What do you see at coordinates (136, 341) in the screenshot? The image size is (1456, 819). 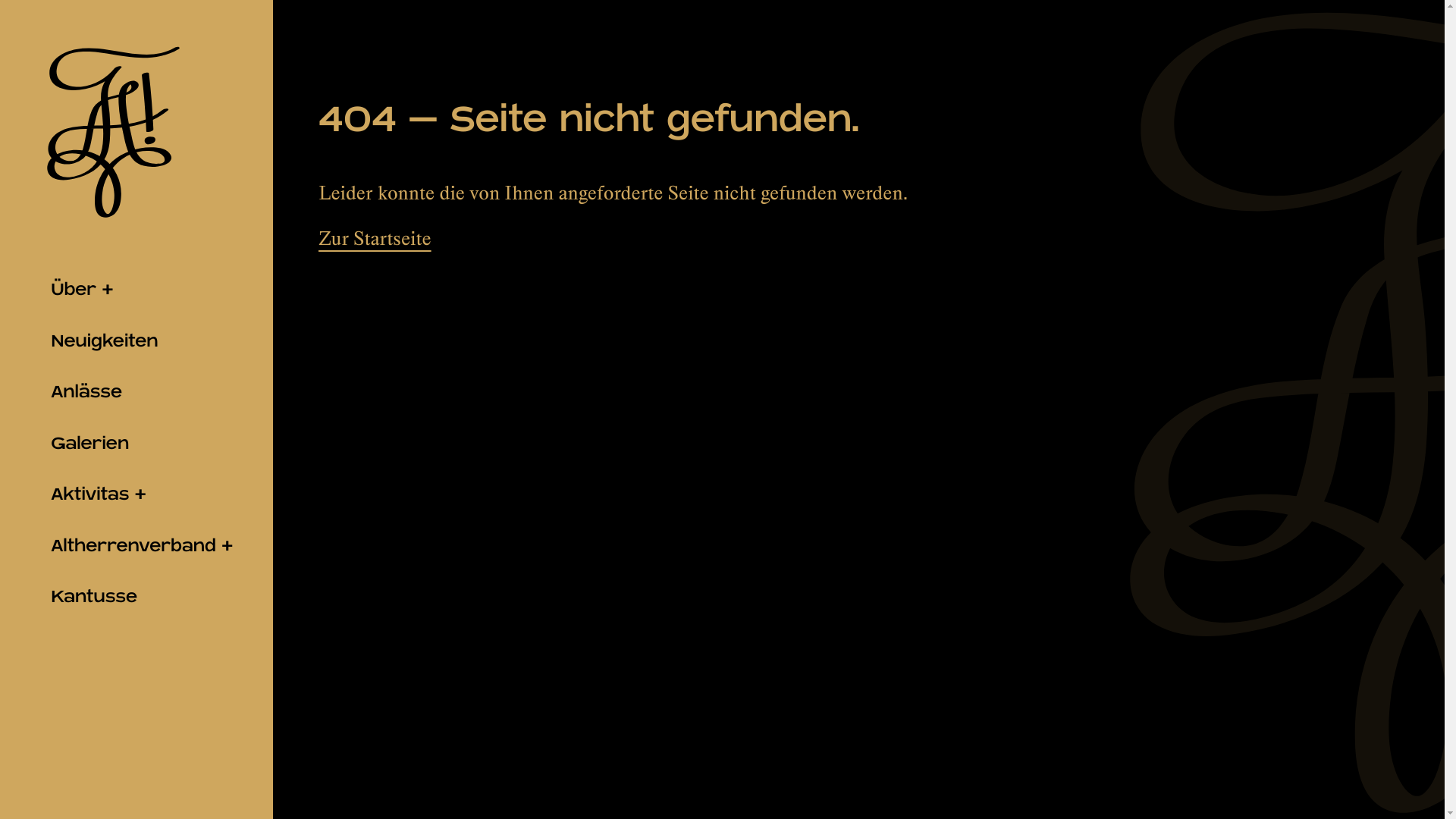 I see `'Neuigkeiten'` at bounding box center [136, 341].